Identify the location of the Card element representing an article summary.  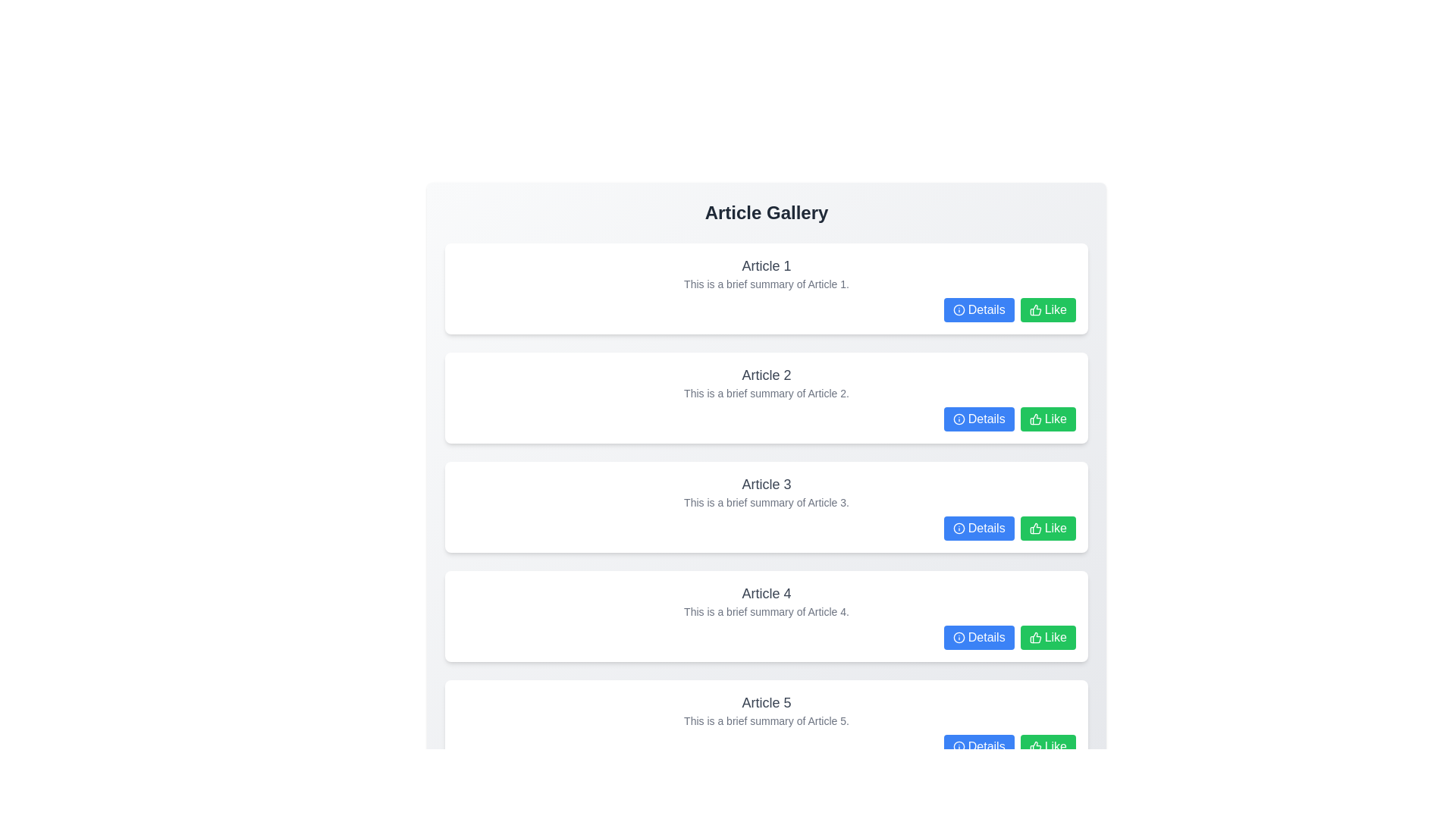
(767, 617).